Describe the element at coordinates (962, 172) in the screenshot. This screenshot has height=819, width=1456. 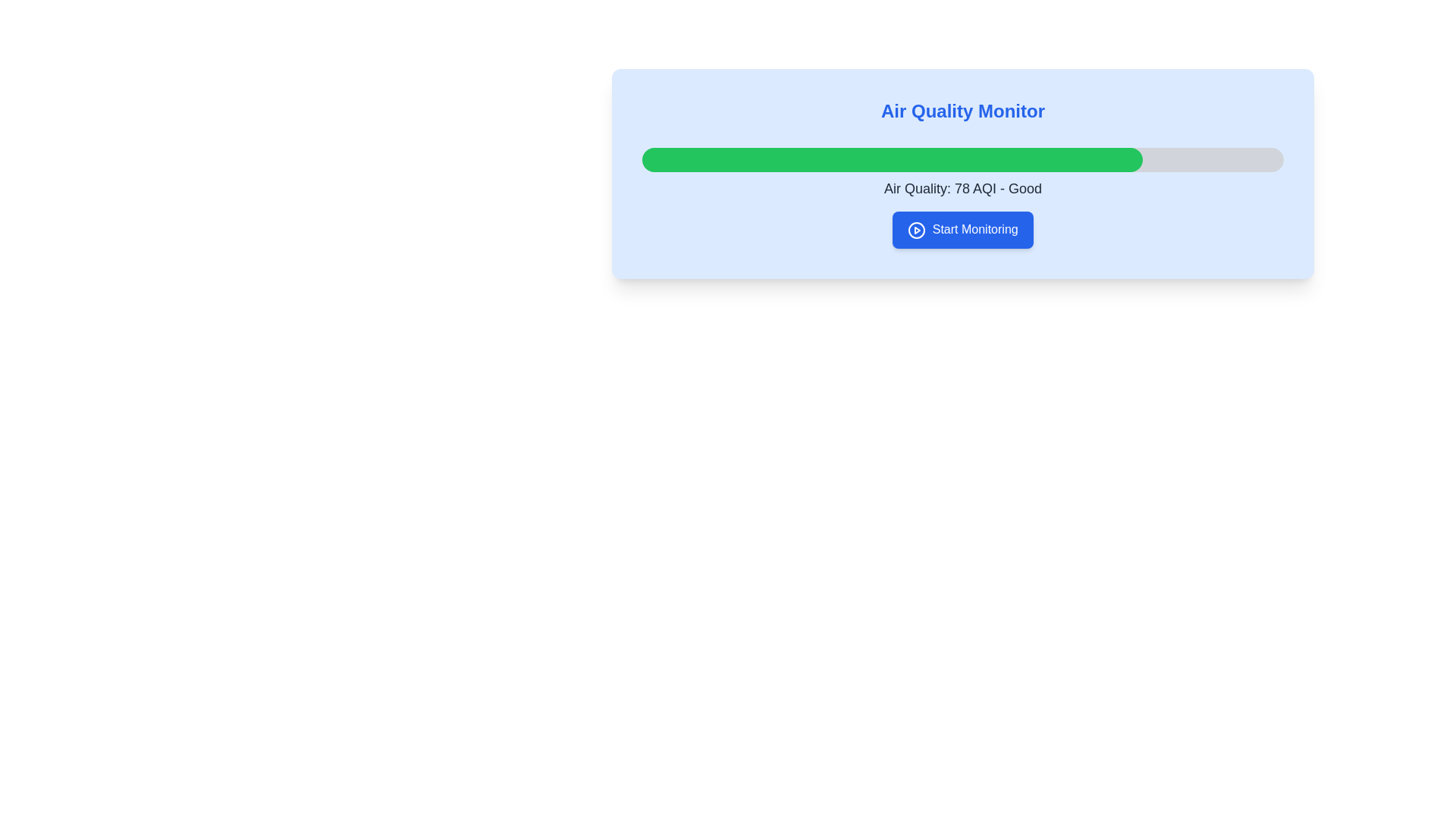
I see `the progress representation of the 'Air Quality Monitor' widget, which includes a progress bar indicating air quality level` at that location.